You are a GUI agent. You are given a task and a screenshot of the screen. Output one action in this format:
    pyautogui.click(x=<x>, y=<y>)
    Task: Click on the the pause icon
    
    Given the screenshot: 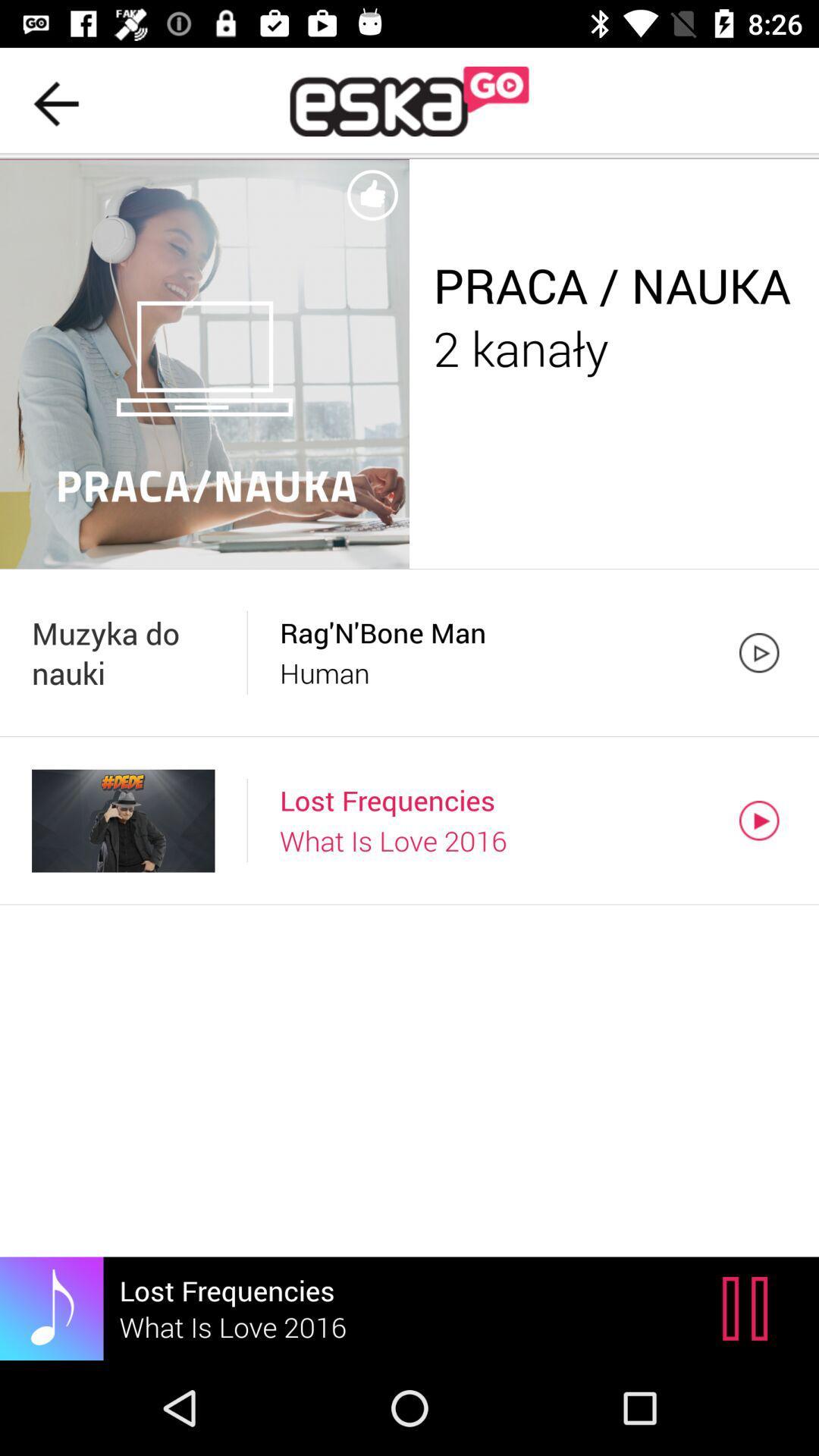 What is the action you would take?
    pyautogui.click(x=748, y=1307)
    